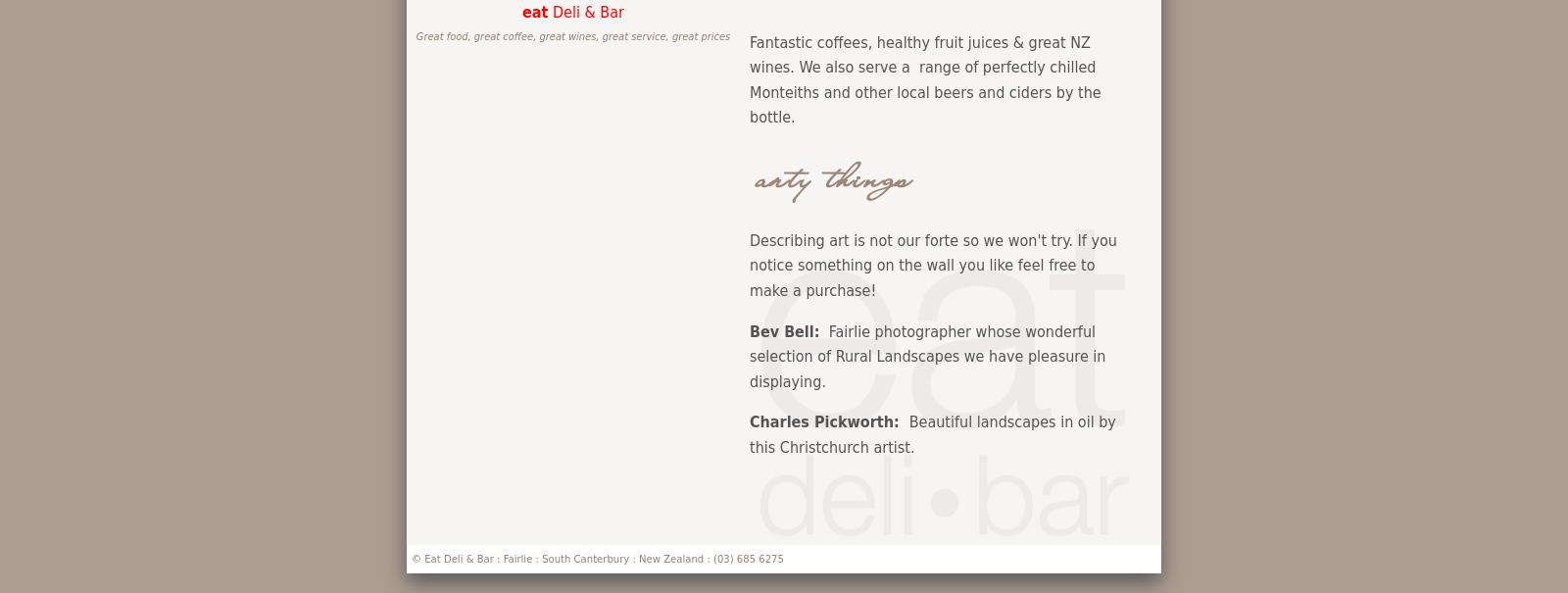  What do you see at coordinates (597, 558) in the screenshot?
I see `'© Eat Deli & Bar : Fairlie : South Canterbury : New Zealand : (03) 685 6275'` at bounding box center [597, 558].